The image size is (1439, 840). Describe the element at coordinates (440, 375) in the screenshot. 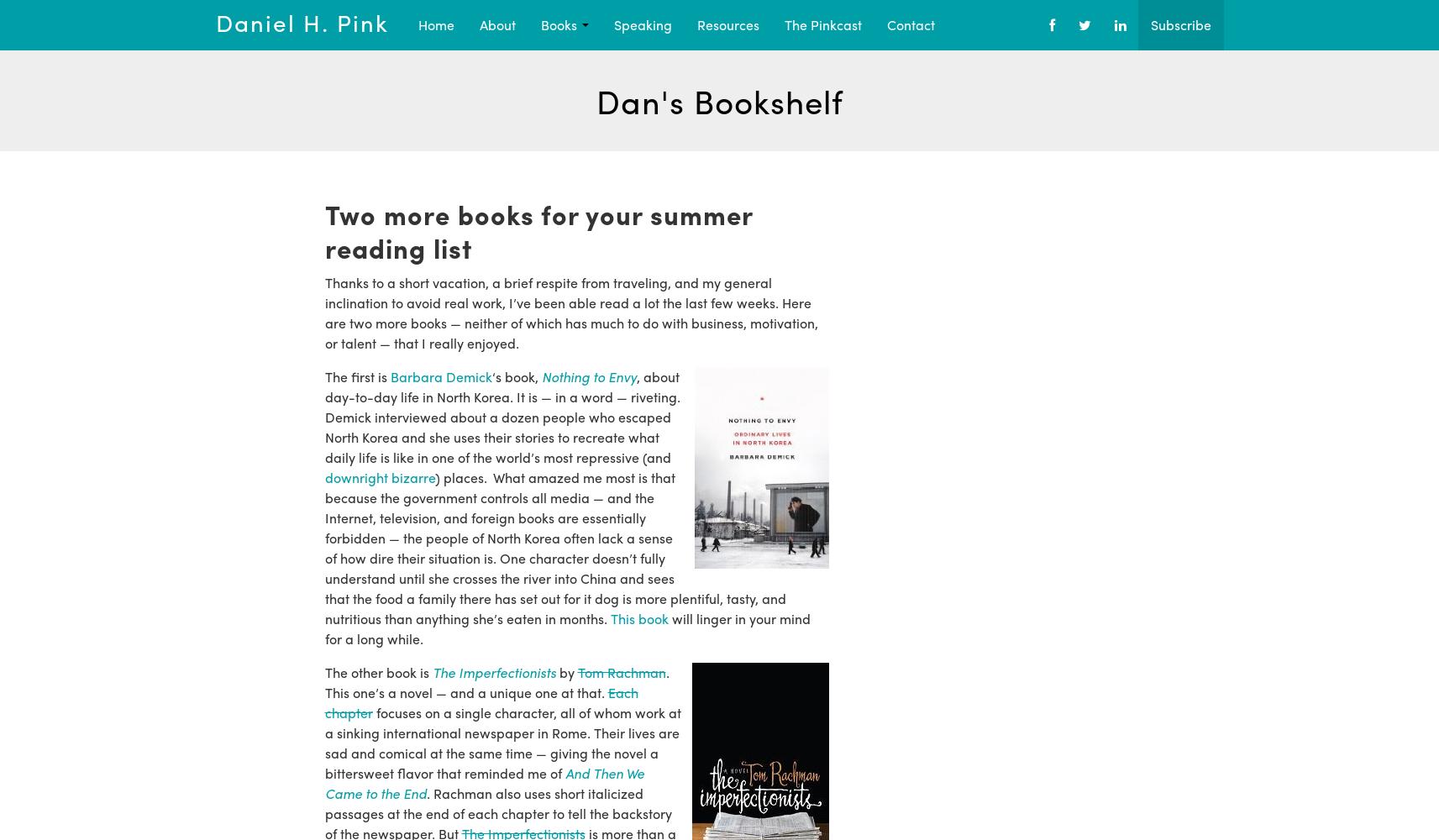

I see `'Barbara Demick'` at that location.